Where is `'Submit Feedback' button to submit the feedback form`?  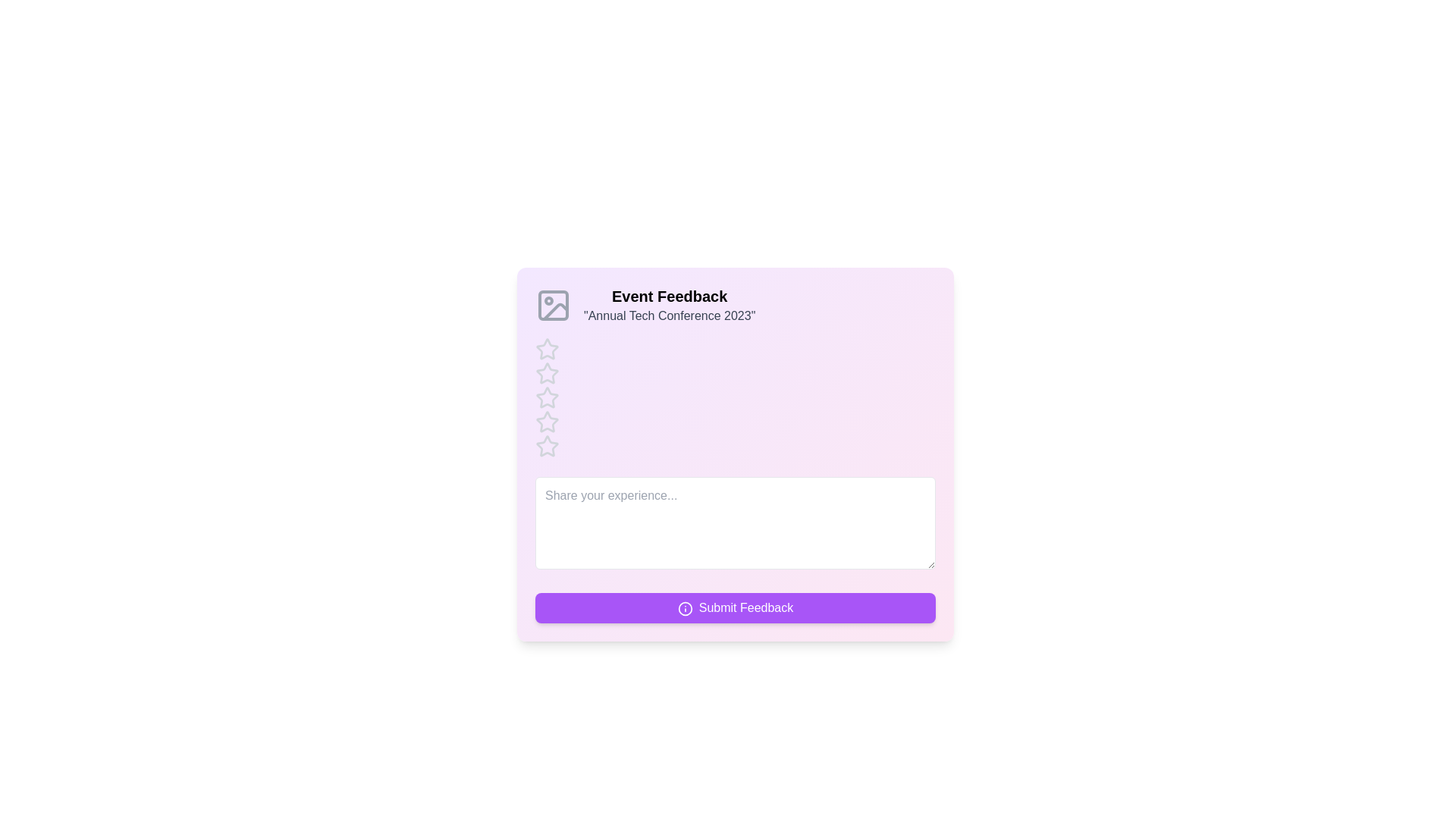 'Submit Feedback' button to submit the feedback form is located at coordinates (735, 607).